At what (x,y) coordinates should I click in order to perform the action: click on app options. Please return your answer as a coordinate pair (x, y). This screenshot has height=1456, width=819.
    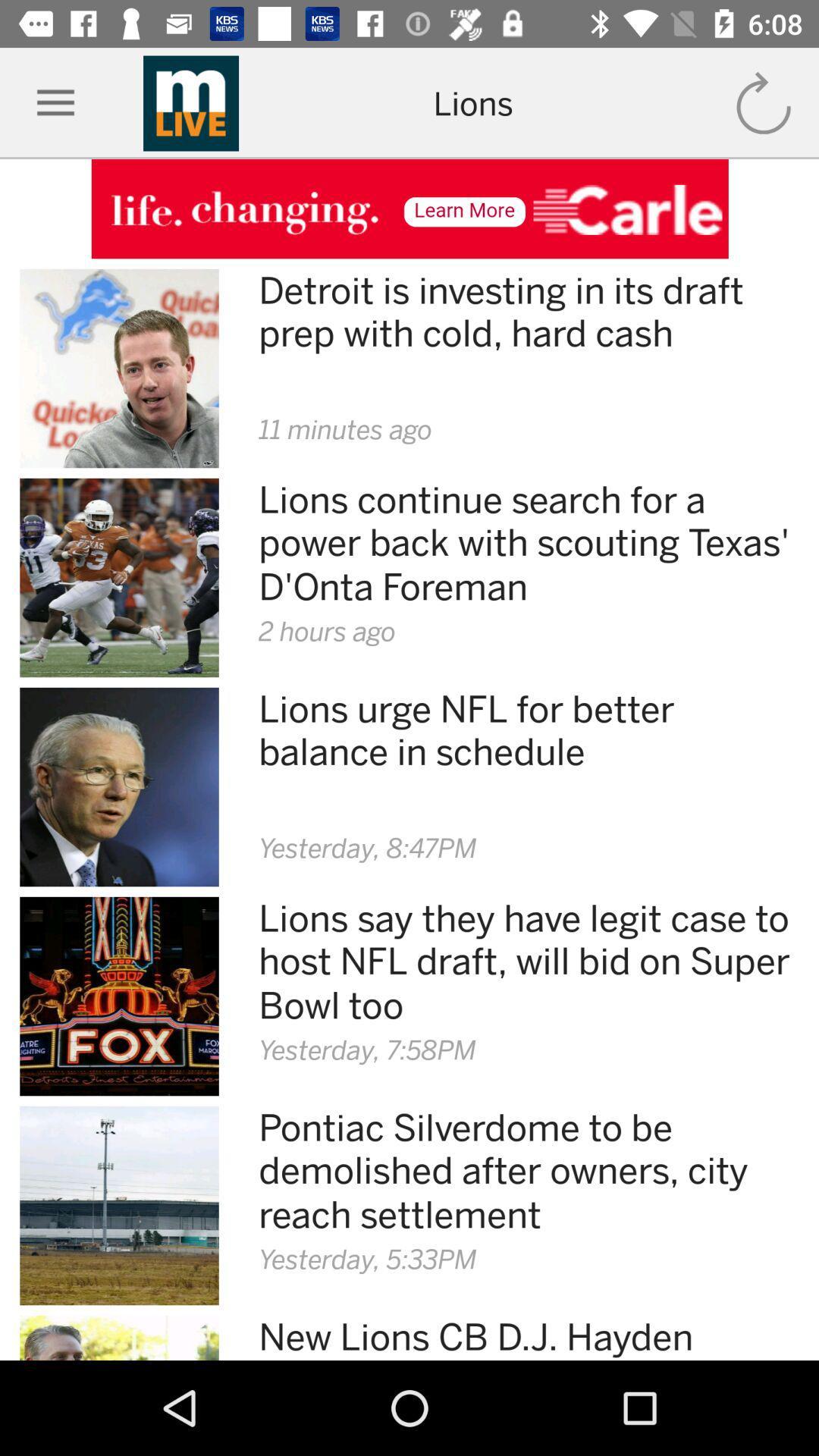
    Looking at the image, I should click on (55, 102).